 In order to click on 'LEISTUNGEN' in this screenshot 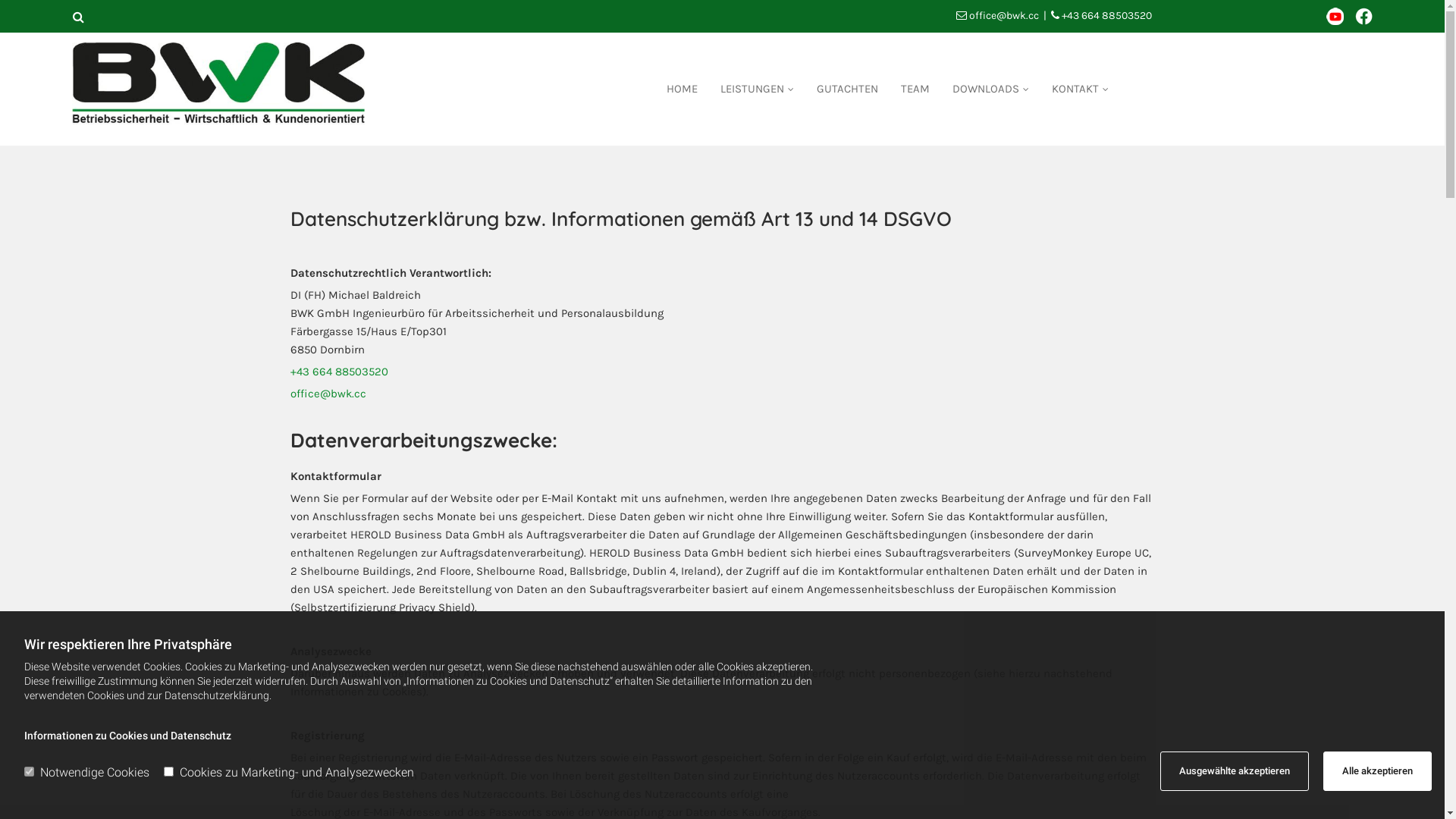, I will do `click(757, 88)`.